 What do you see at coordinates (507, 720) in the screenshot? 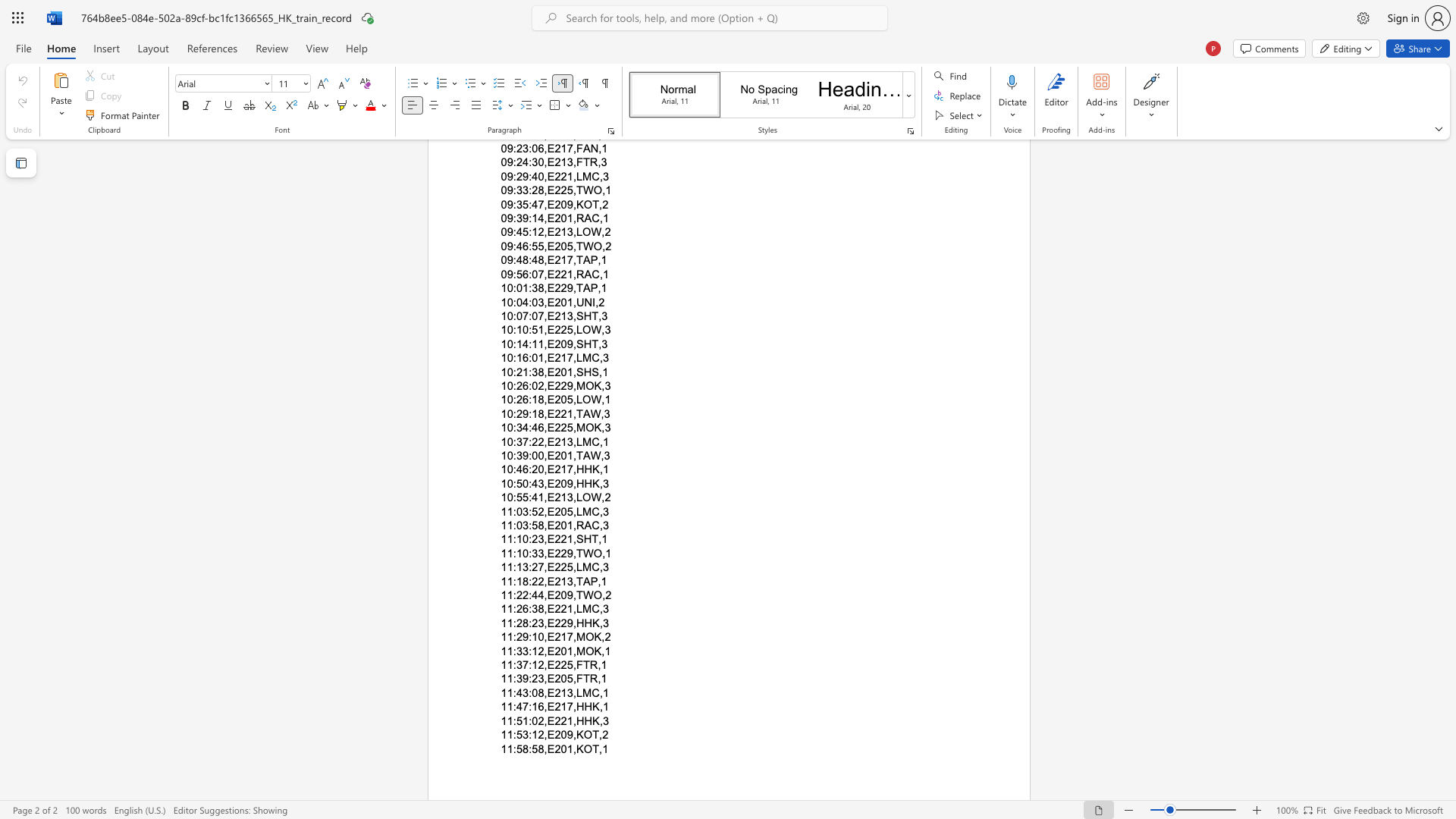
I see `the subset text "1:51:" within the text "11:51:02,E221,HHK,3"` at bounding box center [507, 720].